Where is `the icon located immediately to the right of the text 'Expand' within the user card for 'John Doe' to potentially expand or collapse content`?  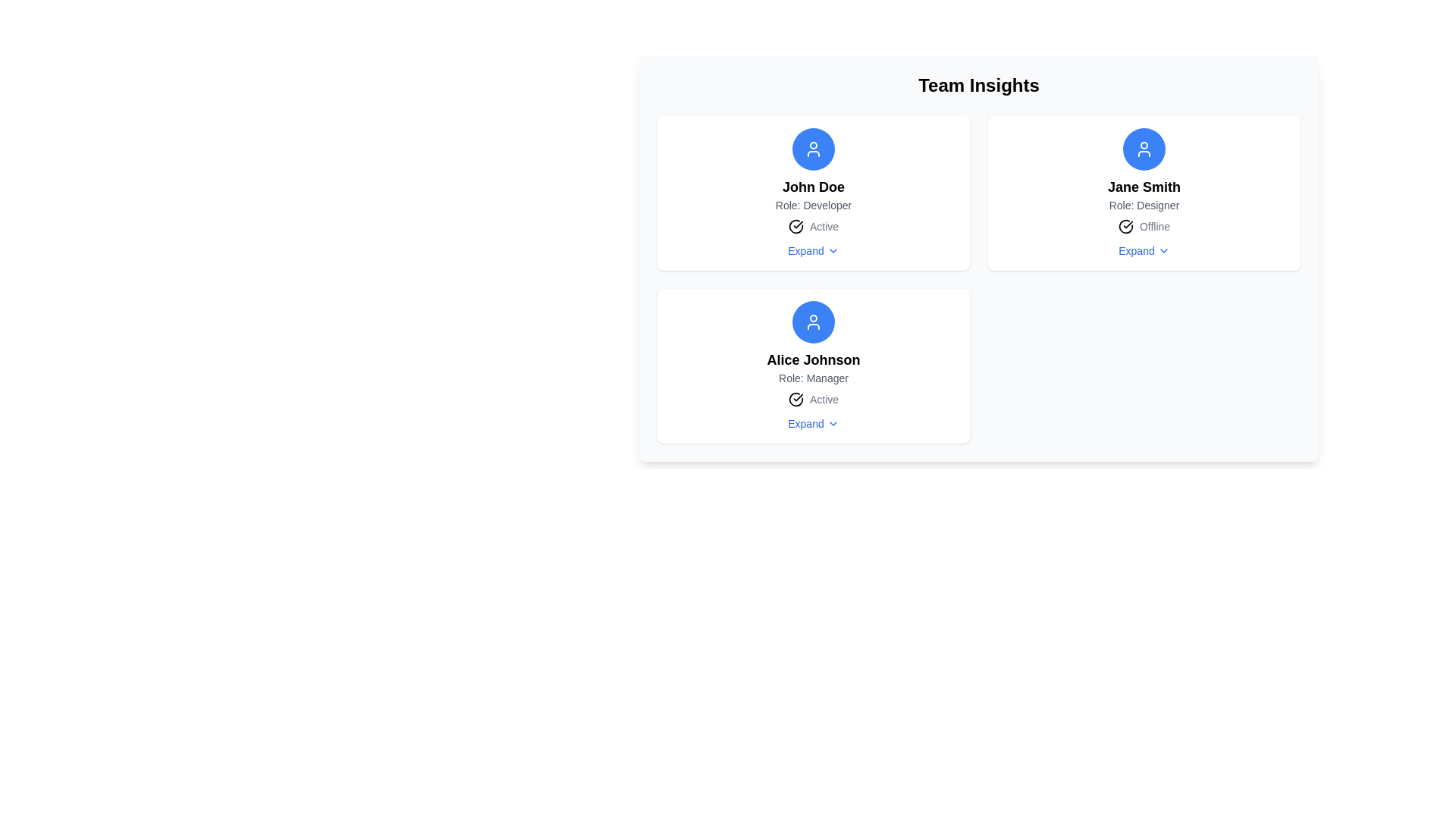 the icon located immediately to the right of the text 'Expand' within the user card for 'John Doe' to potentially expand or collapse content is located at coordinates (832, 250).